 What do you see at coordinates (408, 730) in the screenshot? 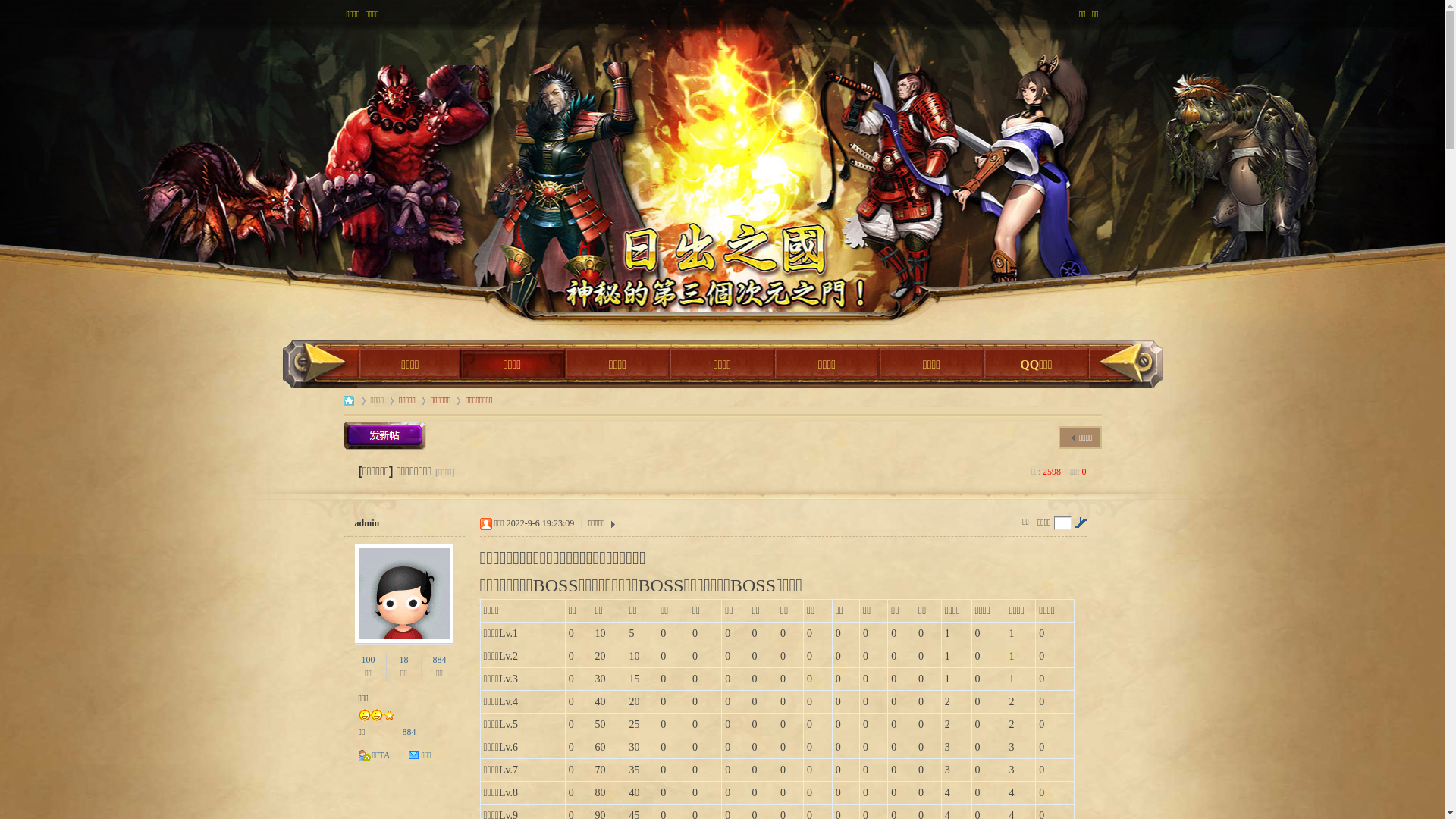
I see `'884'` at bounding box center [408, 730].